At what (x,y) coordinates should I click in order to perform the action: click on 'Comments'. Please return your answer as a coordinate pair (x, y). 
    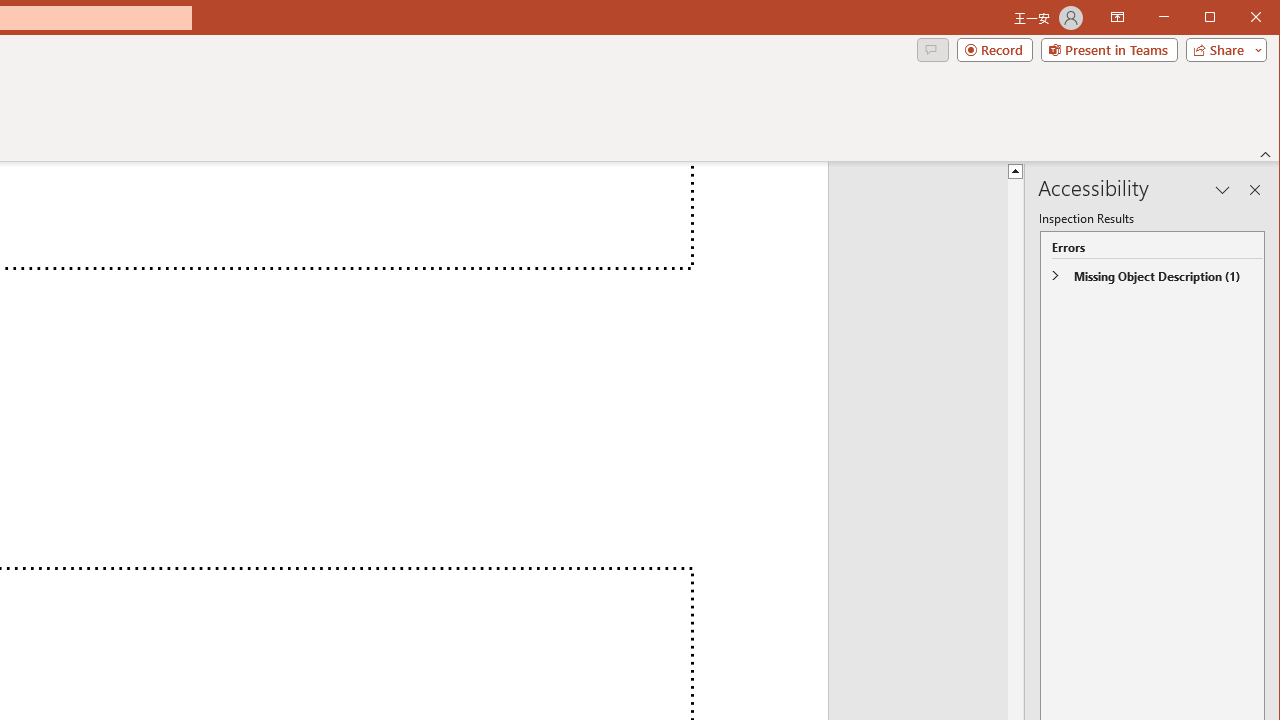
    Looking at the image, I should click on (931, 49).